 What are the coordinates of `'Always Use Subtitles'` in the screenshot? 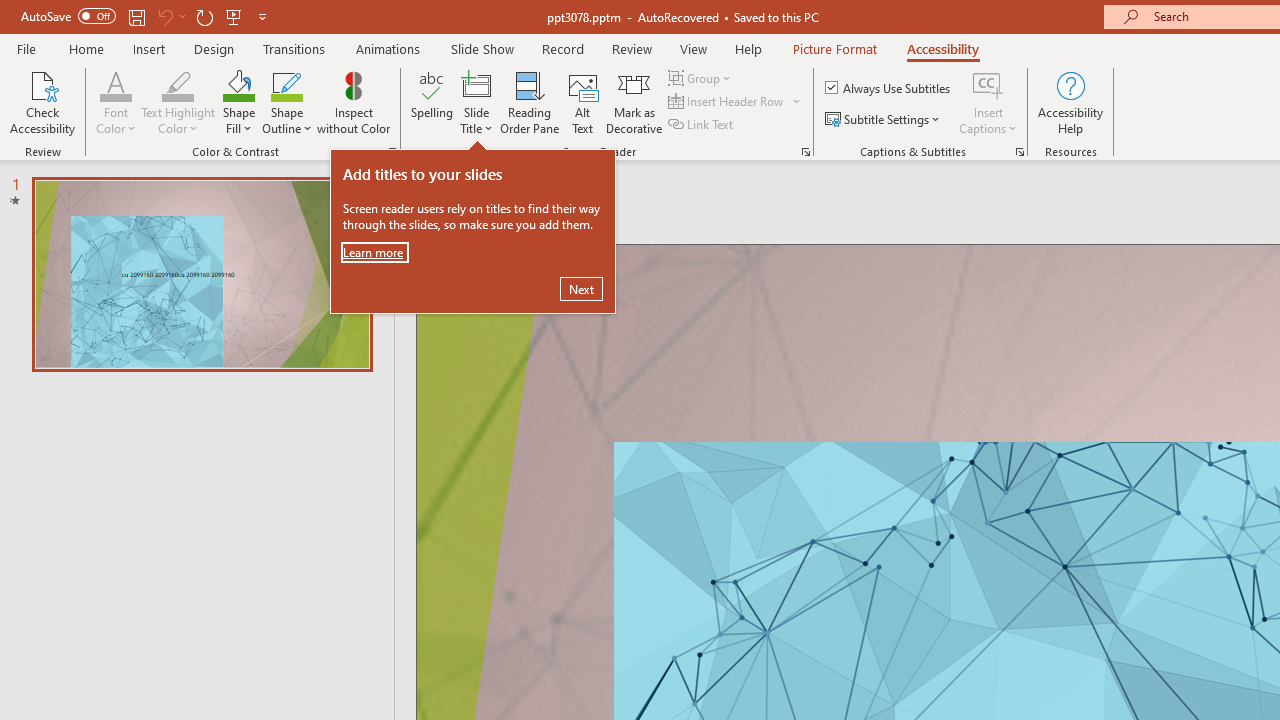 It's located at (888, 86).